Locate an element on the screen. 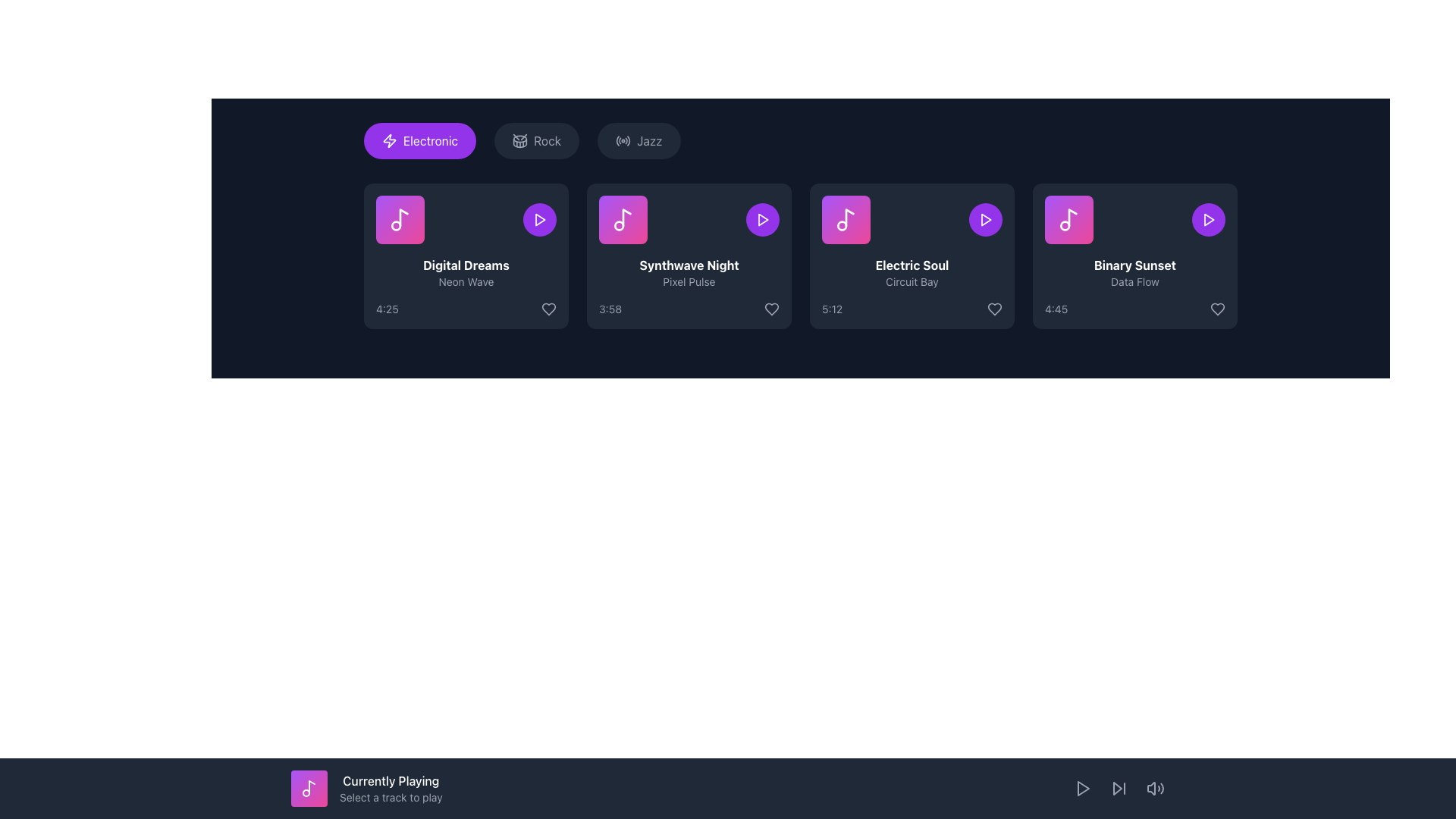 This screenshot has height=819, width=1456. the graphical representation of the 'Rock' genre icon, which is positioned to the left of the 'Rock' text label in a group of genre buttons near the top-center of the interface is located at coordinates (520, 140).